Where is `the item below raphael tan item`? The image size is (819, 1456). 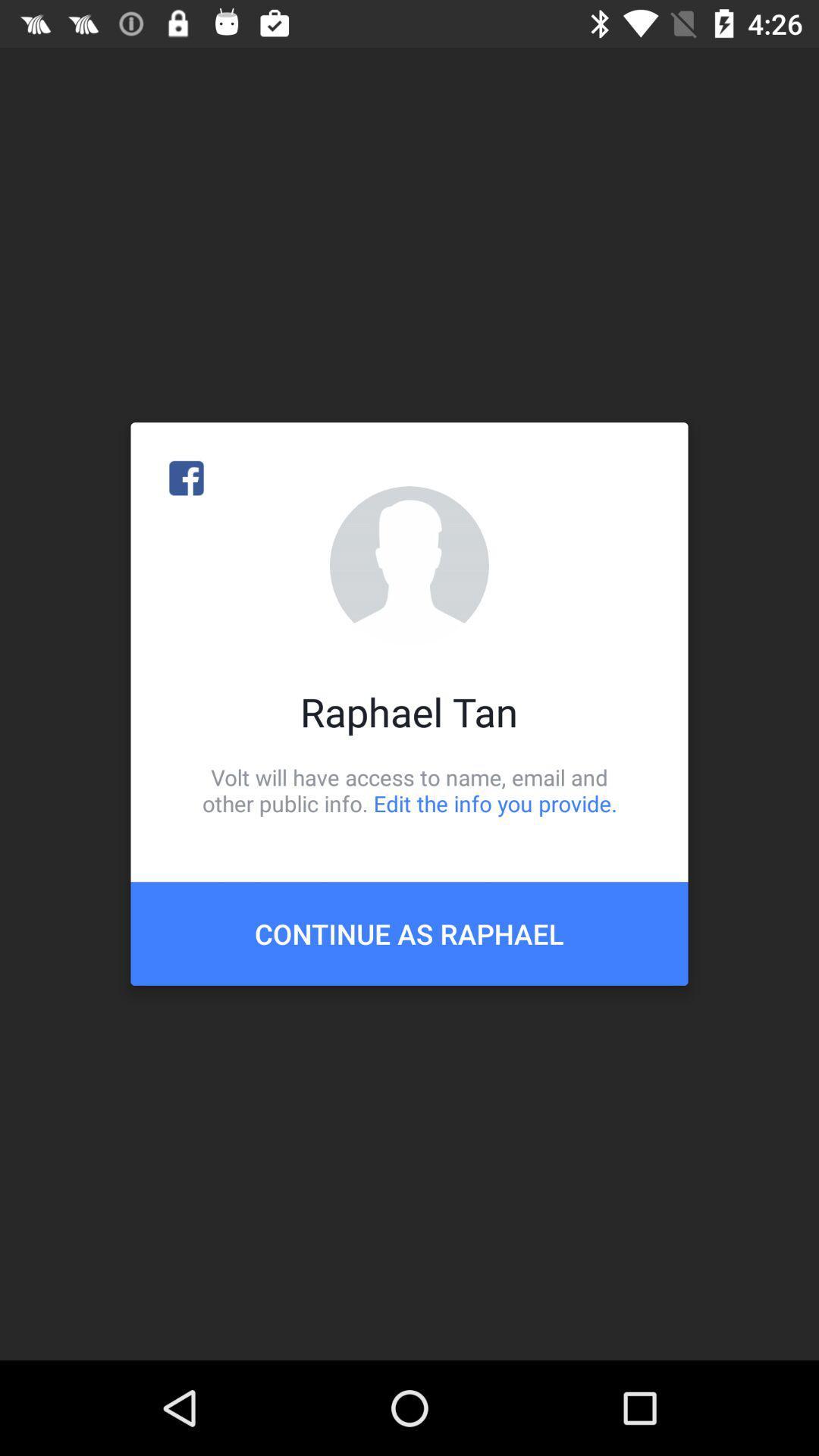
the item below raphael tan item is located at coordinates (409, 789).